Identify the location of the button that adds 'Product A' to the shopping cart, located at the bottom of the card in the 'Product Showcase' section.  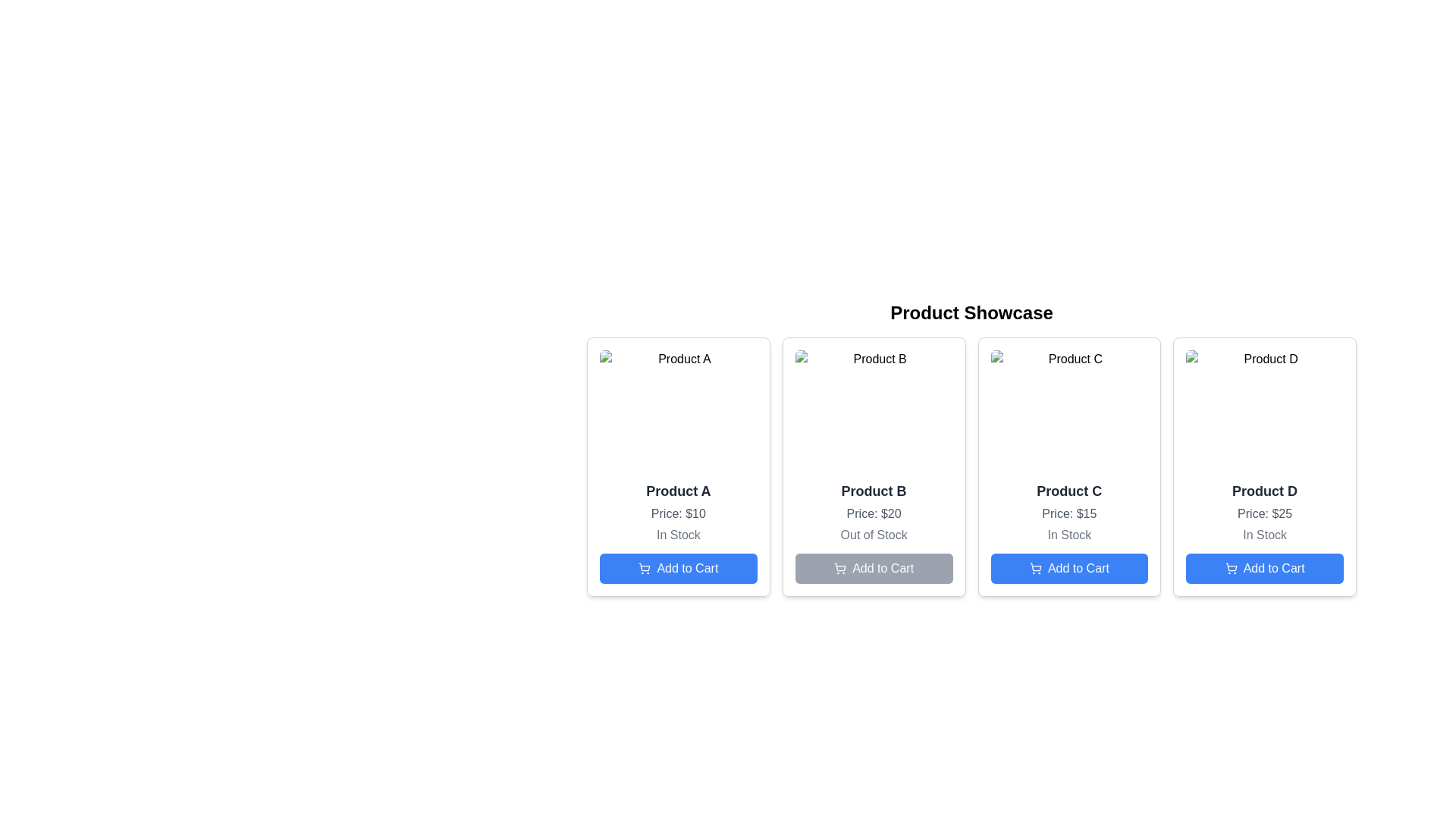
(677, 568).